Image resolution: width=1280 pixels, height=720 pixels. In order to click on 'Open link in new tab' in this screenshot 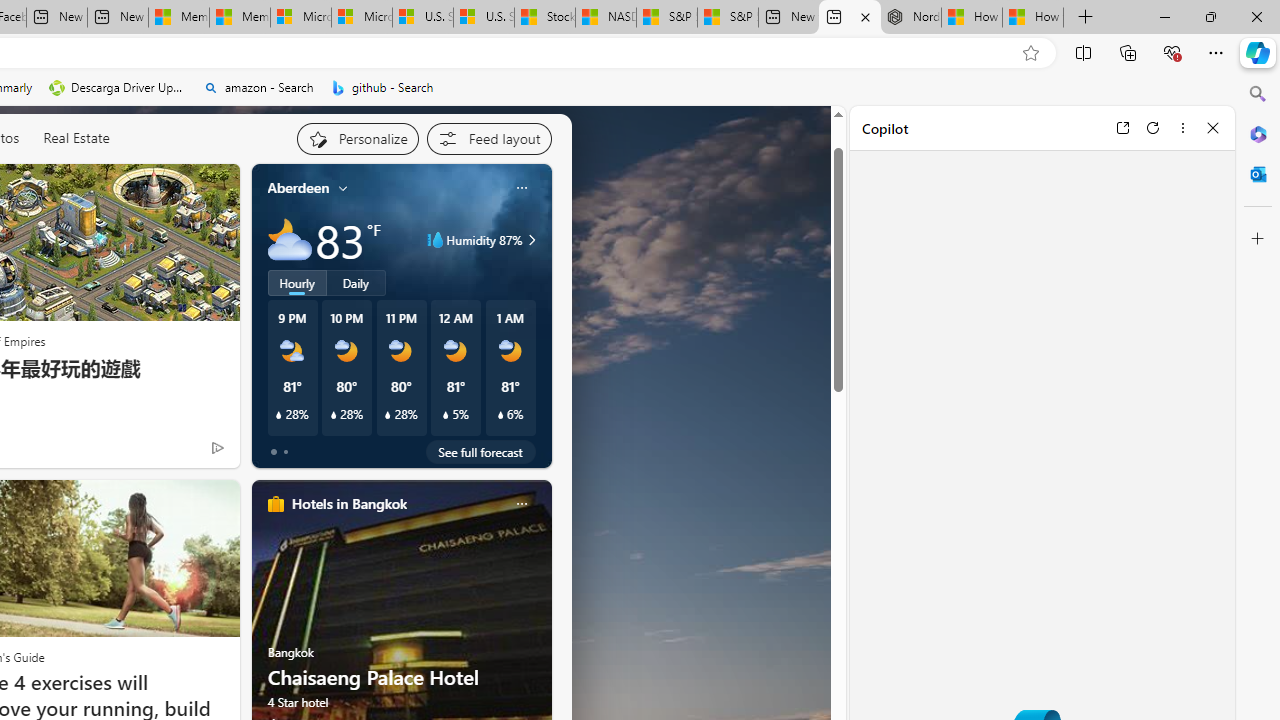, I will do `click(1122, 127)`.